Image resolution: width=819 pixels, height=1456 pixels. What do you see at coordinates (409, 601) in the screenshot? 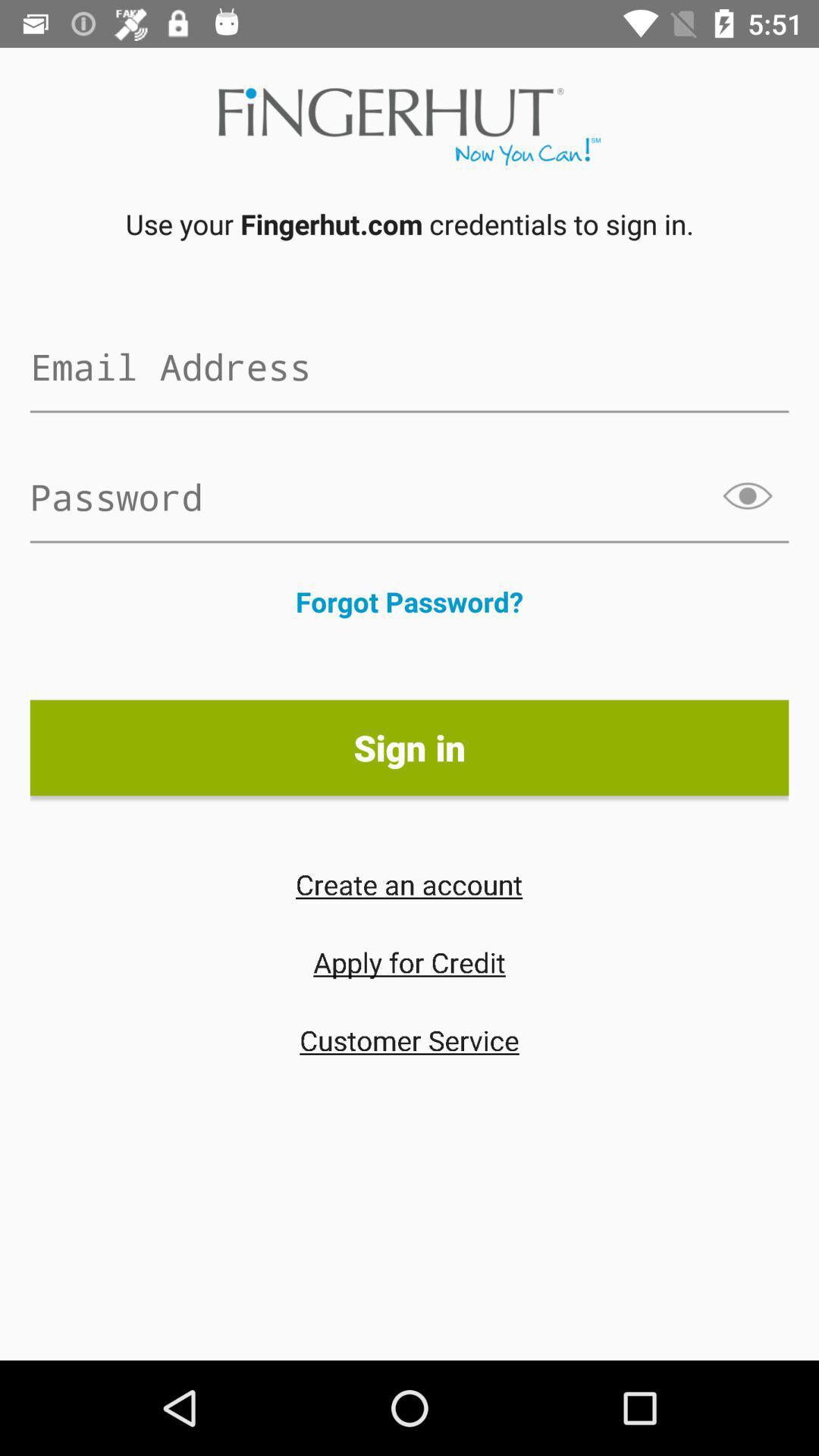
I see `the item above the sign in item` at bounding box center [409, 601].